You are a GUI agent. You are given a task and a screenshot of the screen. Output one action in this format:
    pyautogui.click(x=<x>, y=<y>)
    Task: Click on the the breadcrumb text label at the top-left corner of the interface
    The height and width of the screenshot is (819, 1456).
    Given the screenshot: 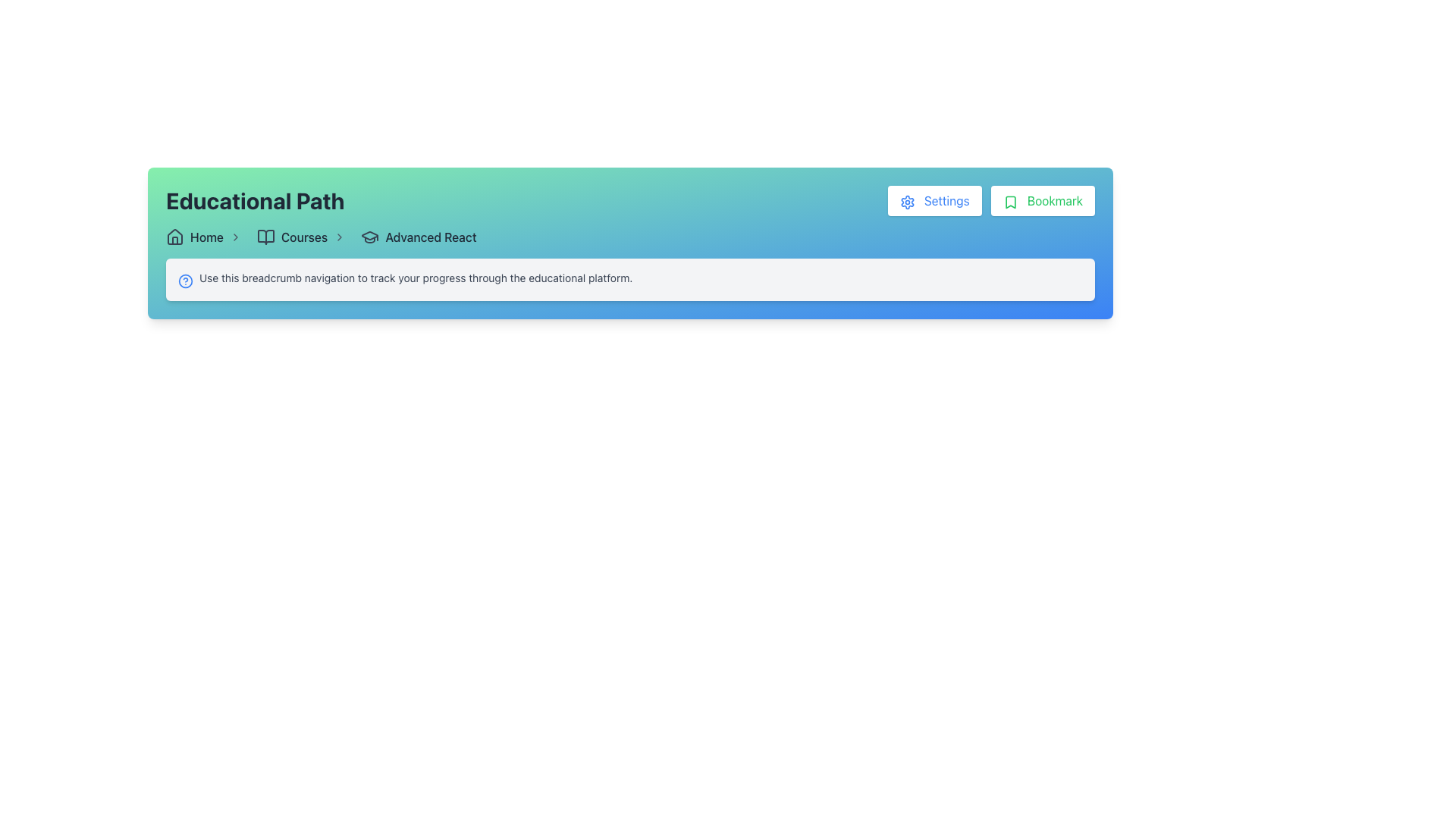 What is the action you would take?
    pyautogui.click(x=206, y=237)
    